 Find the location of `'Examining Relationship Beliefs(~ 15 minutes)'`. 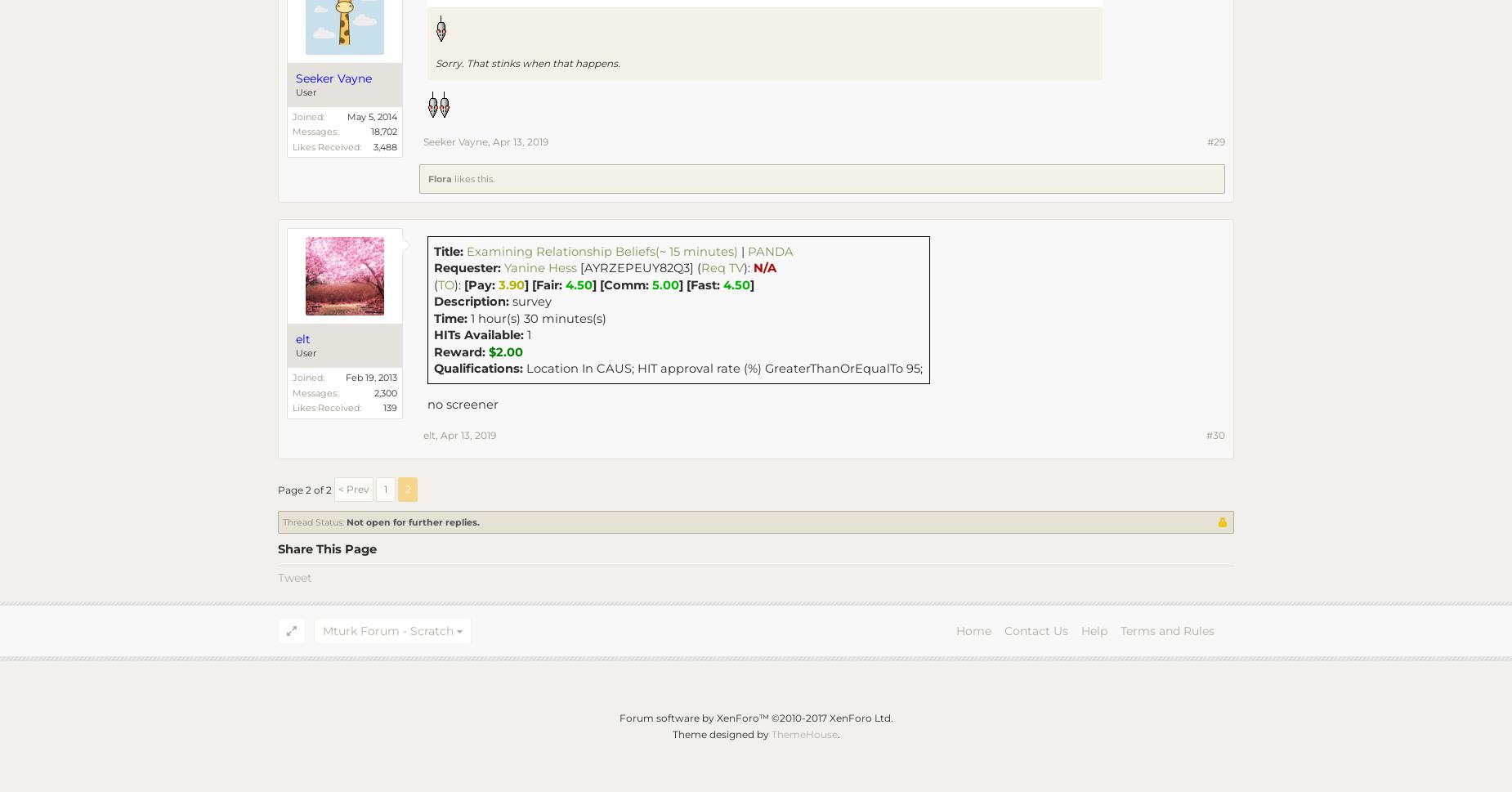

'Examining Relationship Beliefs(~ 15 minutes)' is located at coordinates (602, 250).